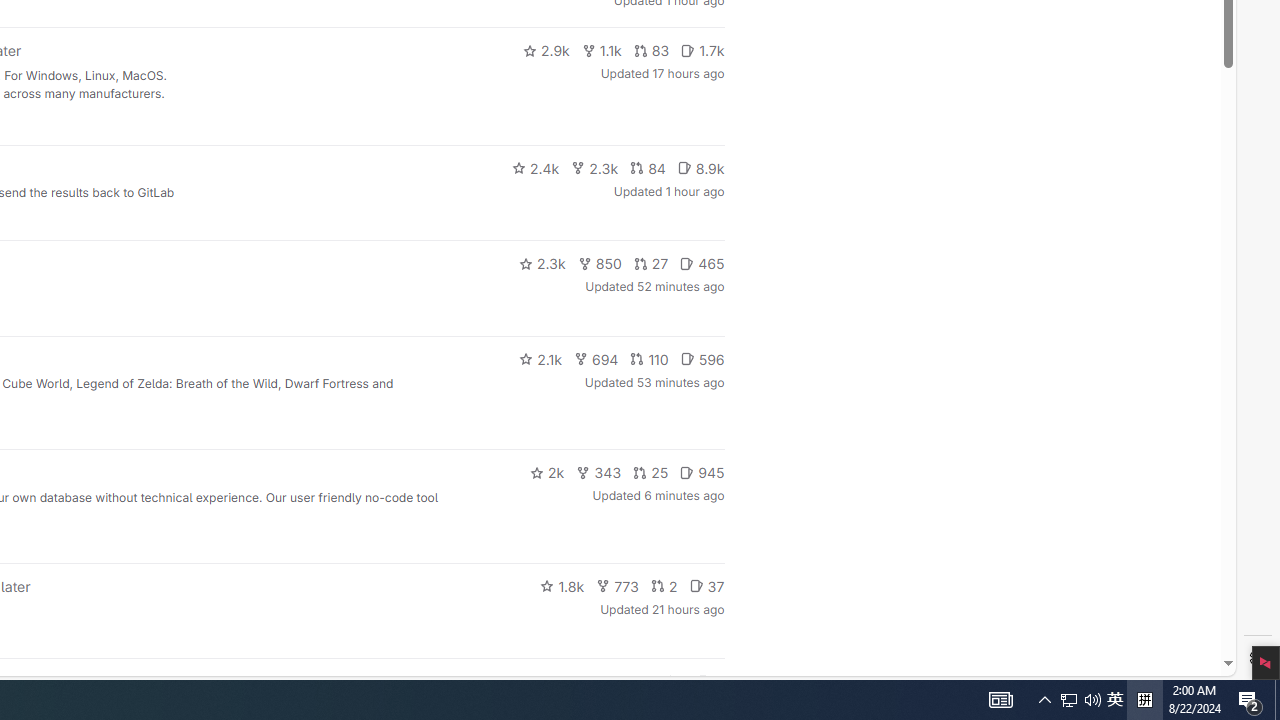 The height and width of the screenshot is (720, 1280). What do you see at coordinates (546, 473) in the screenshot?
I see `'2k'` at bounding box center [546, 473].